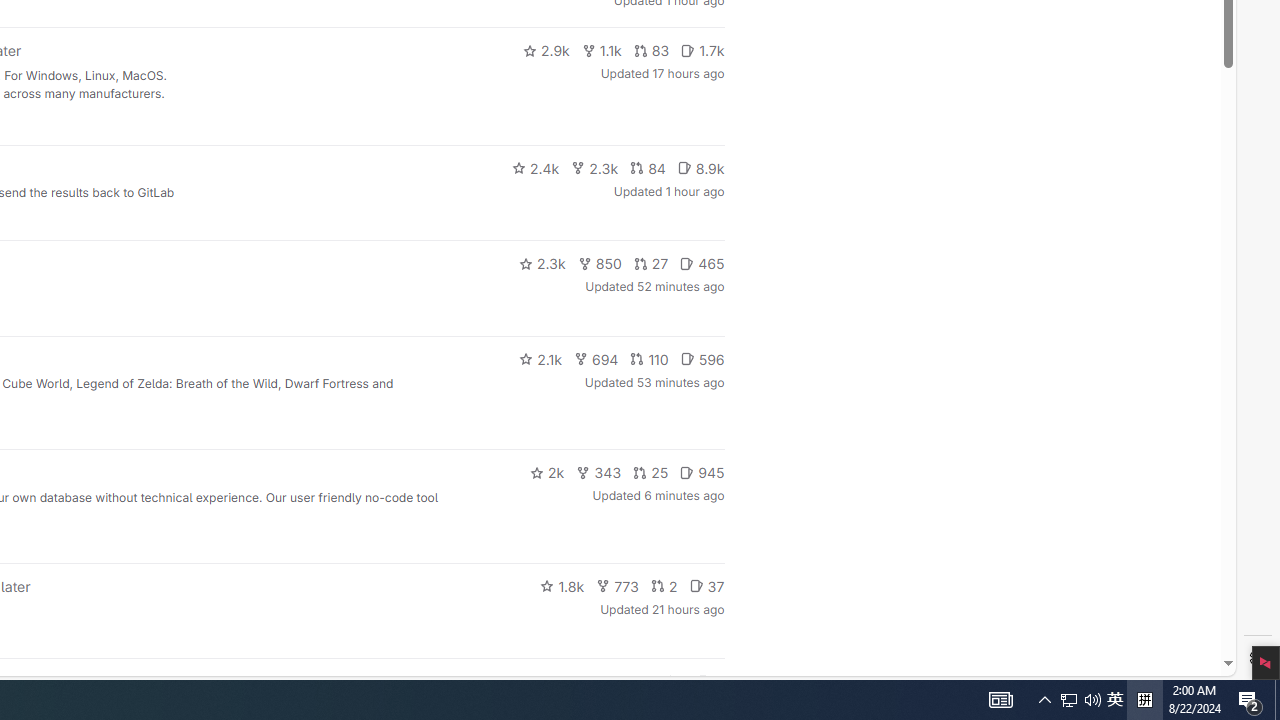 The height and width of the screenshot is (720, 1280). What do you see at coordinates (546, 473) in the screenshot?
I see `'2k'` at bounding box center [546, 473].